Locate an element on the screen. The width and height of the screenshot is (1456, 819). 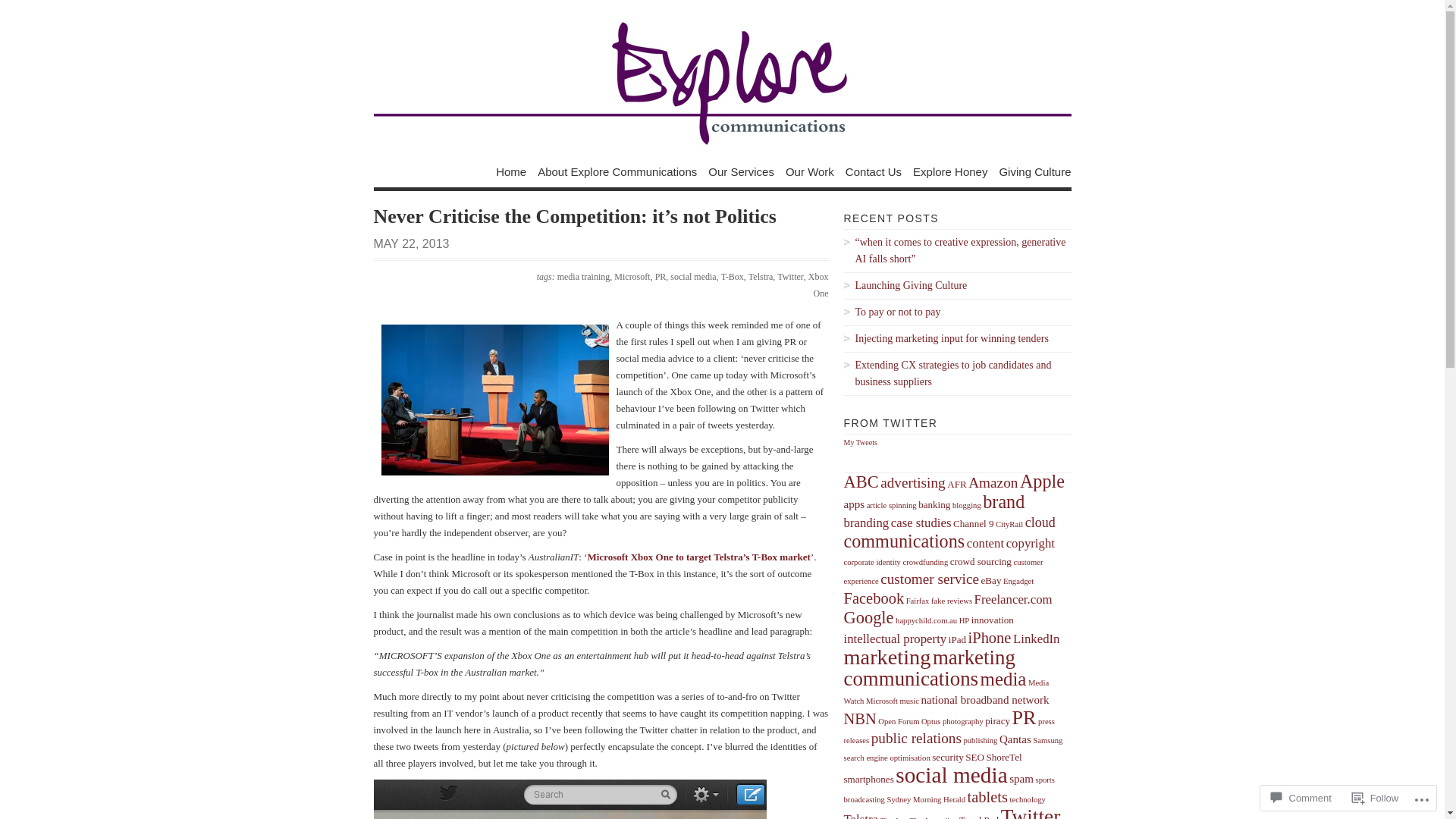
'crowdfunding' is located at coordinates (924, 562).